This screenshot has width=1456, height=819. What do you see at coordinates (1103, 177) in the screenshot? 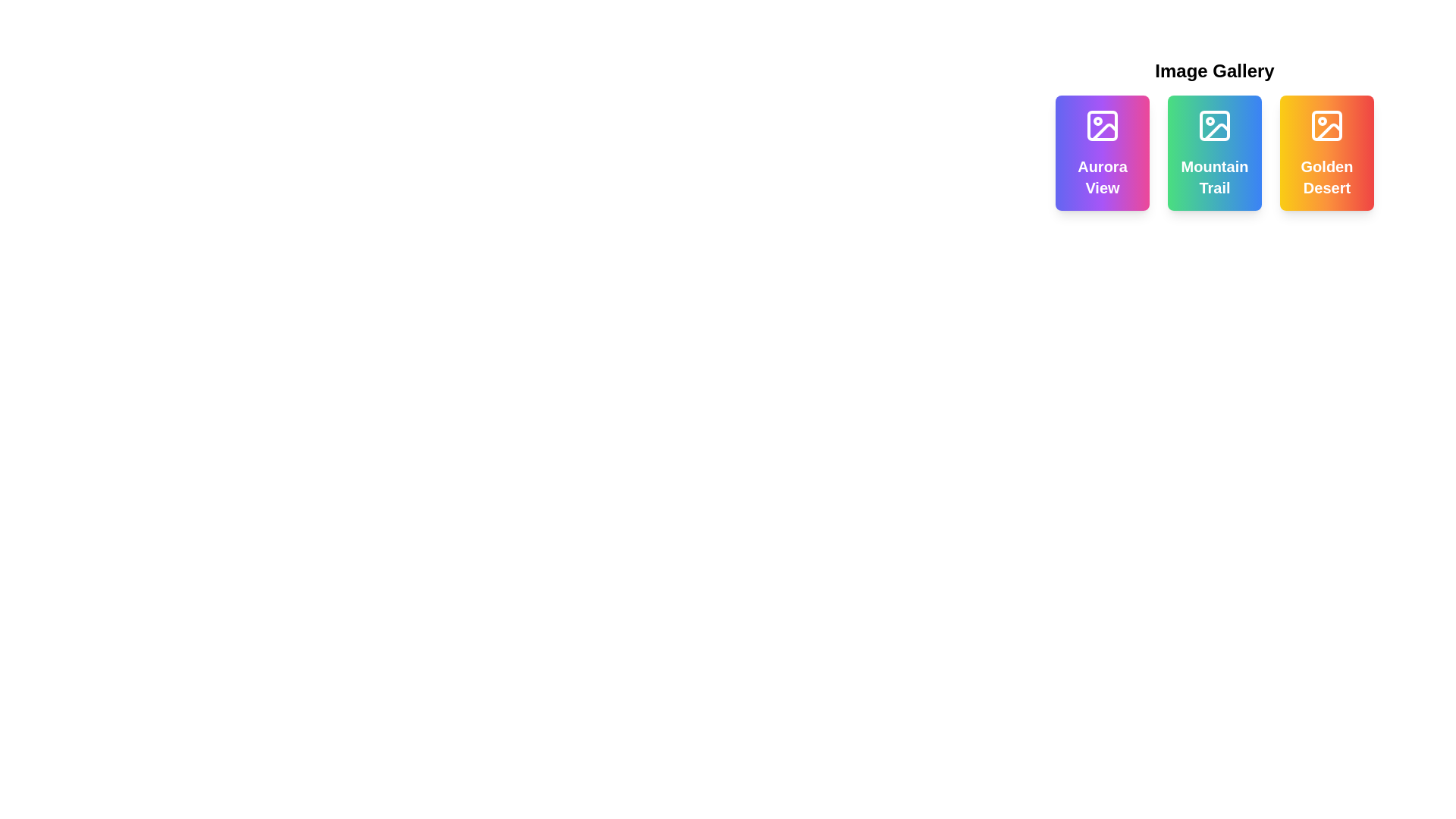
I see `text displayed in the text component labeled 'Aurora View', which is centered within a vibrant gradient-colored card` at bounding box center [1103, 177].